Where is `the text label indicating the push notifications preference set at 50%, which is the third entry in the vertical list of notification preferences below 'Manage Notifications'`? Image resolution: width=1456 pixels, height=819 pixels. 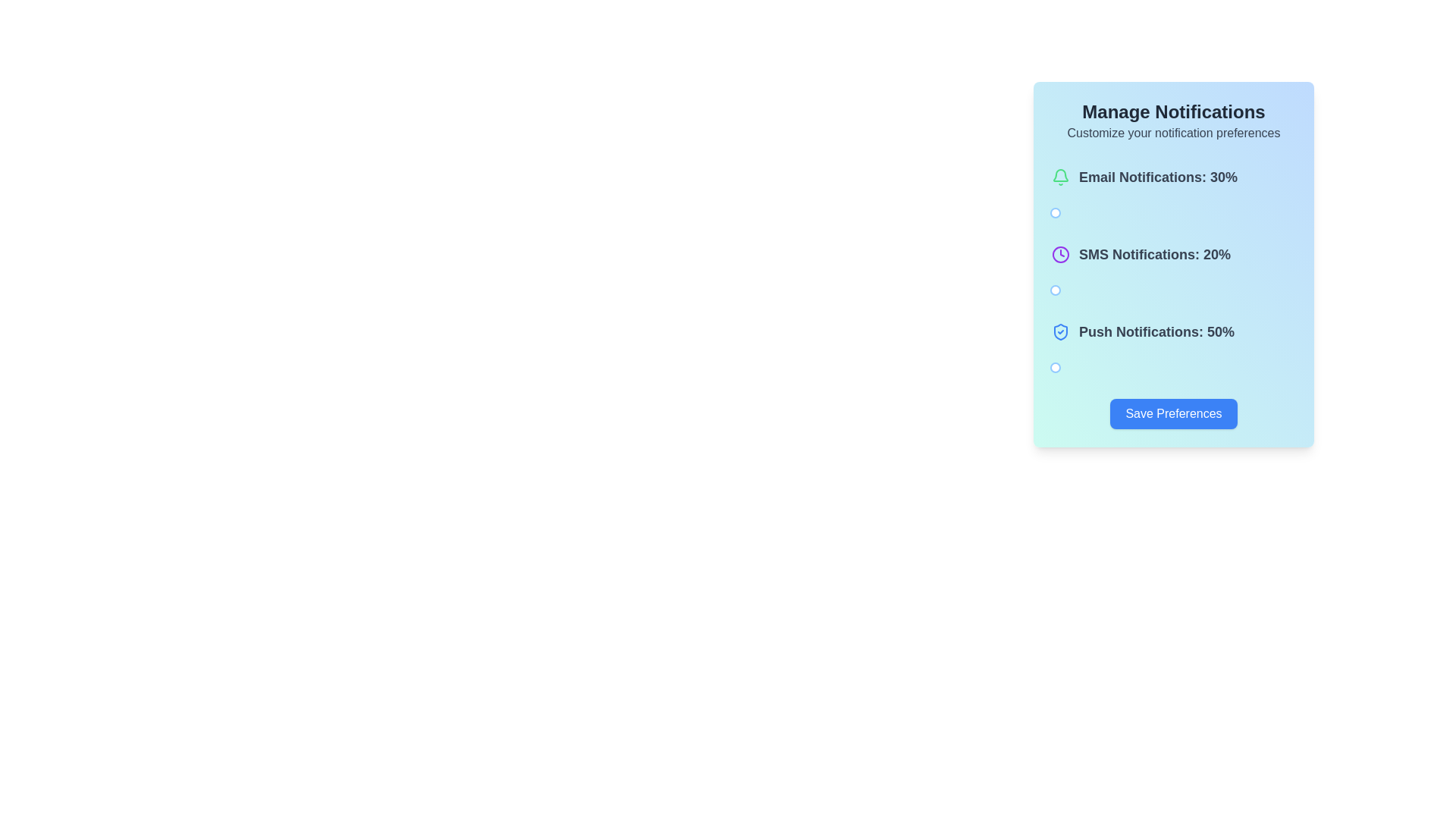 the text label indicating the push notifications preference set at 50%, which is the third entry in the vertical list of notification preferences below 'Manage Notifications' is located at coordinates (1156, 331).